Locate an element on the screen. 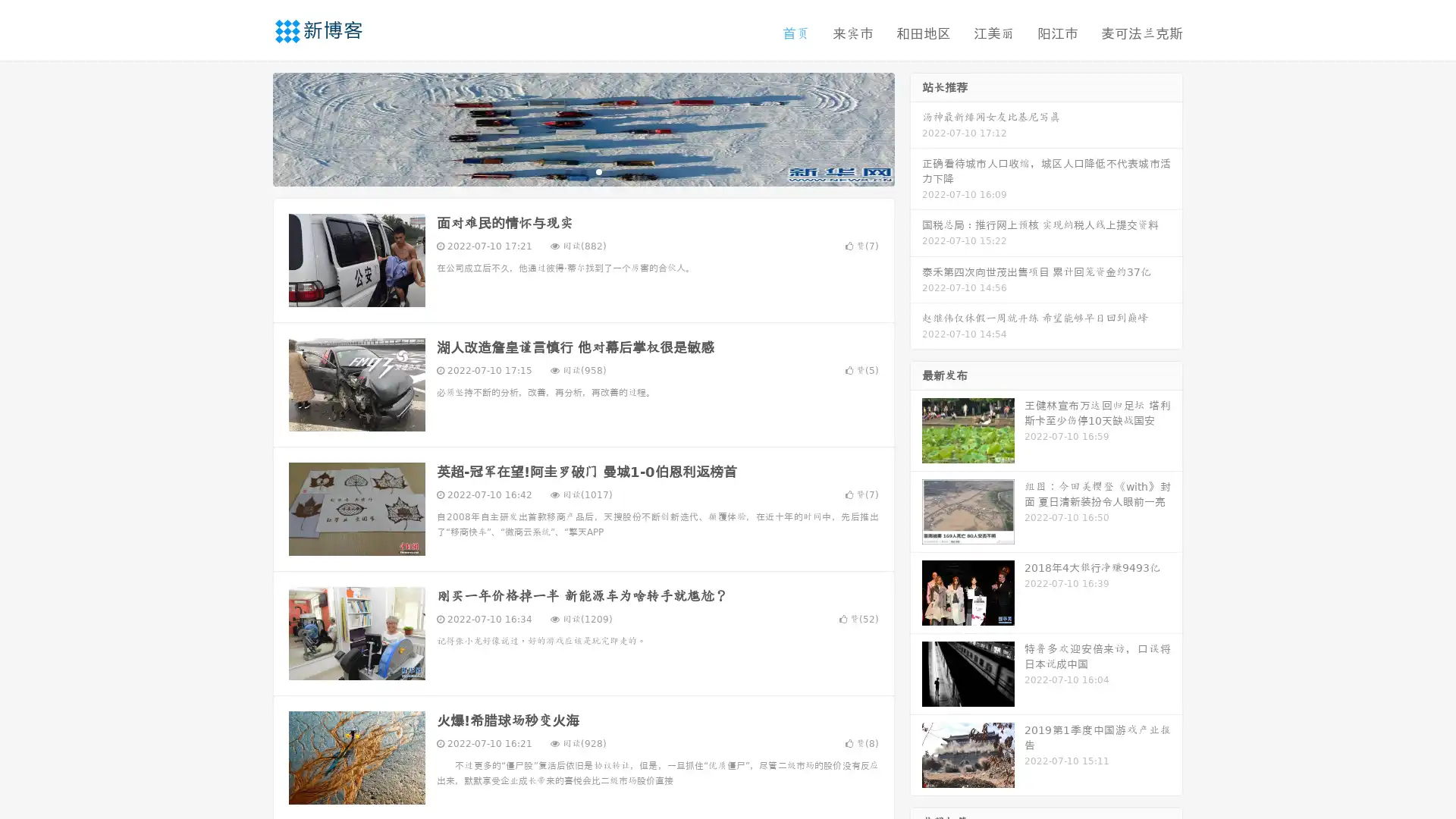  Previous slide is located at coordinates (250, 127).